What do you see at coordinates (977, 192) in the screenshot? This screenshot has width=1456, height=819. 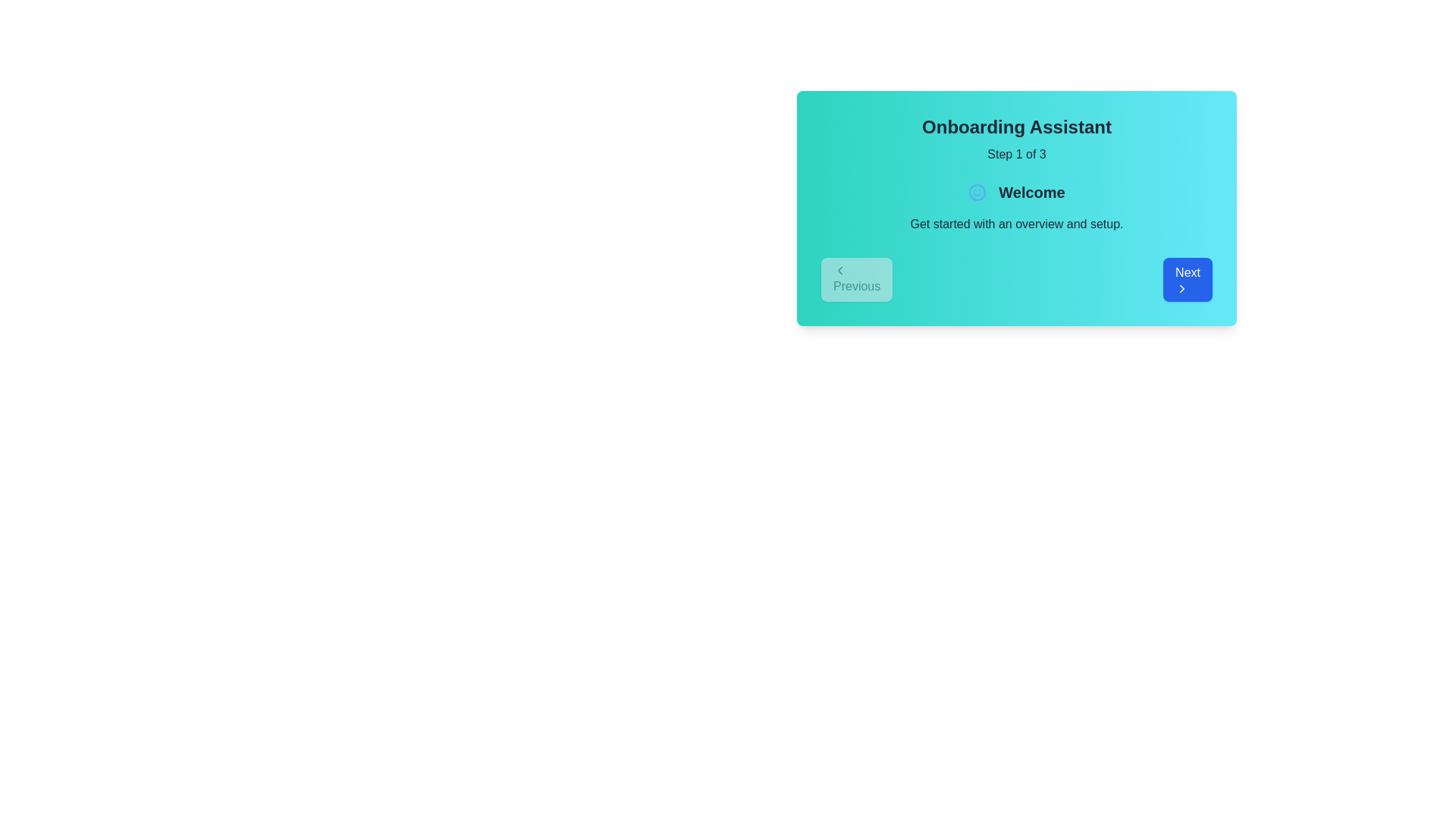 I see `the friendliness and positivity conveyed by the icon located to the left of the bold 'Welcome' text in the onboarding interface` at bounding box center [977, 192].